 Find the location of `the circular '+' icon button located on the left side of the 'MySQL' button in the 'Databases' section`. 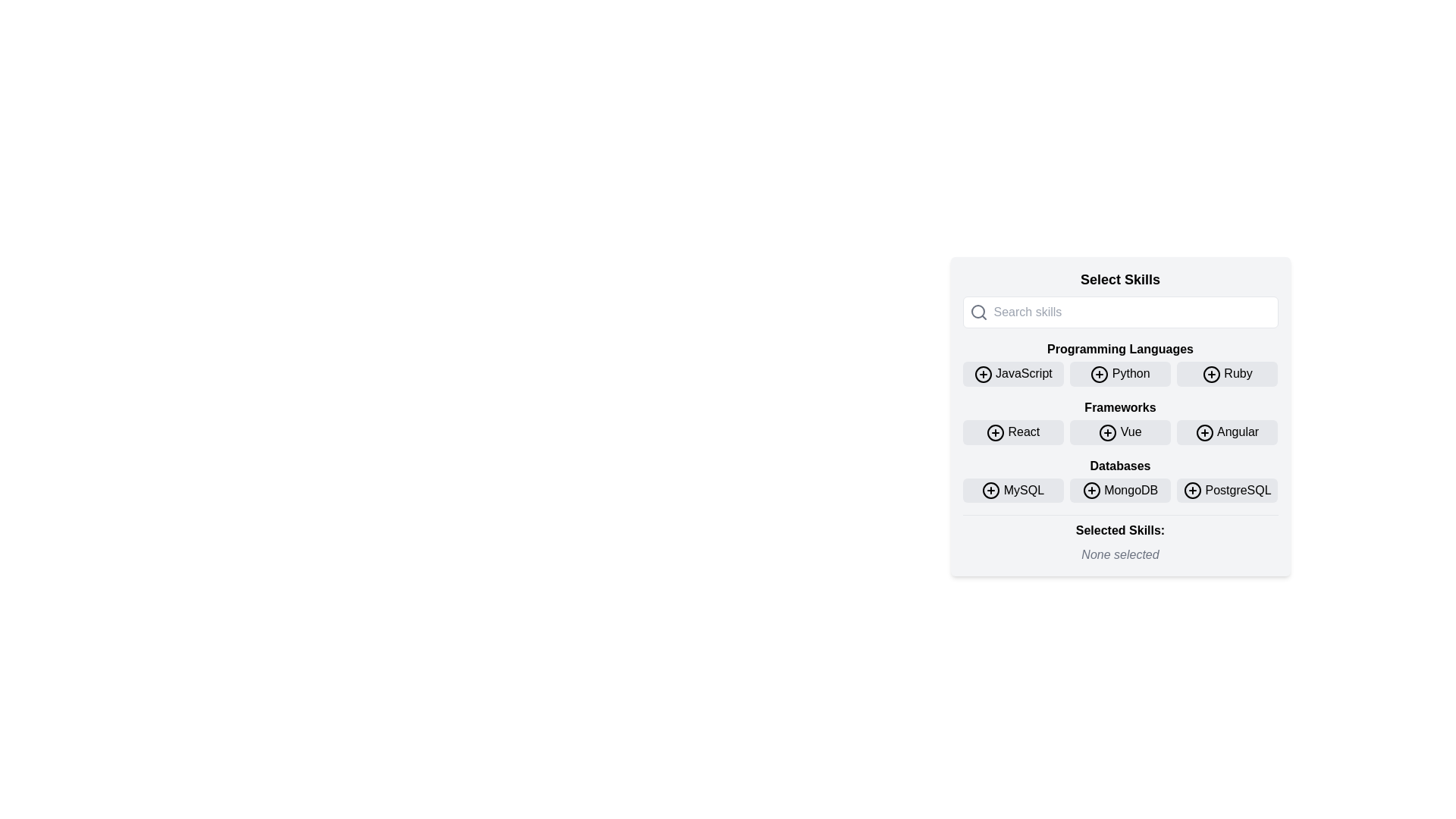

the circular '+' icon button located on the left side of the 'MySQL' button in the 'Databases' section is located at coordinates (991, 491).